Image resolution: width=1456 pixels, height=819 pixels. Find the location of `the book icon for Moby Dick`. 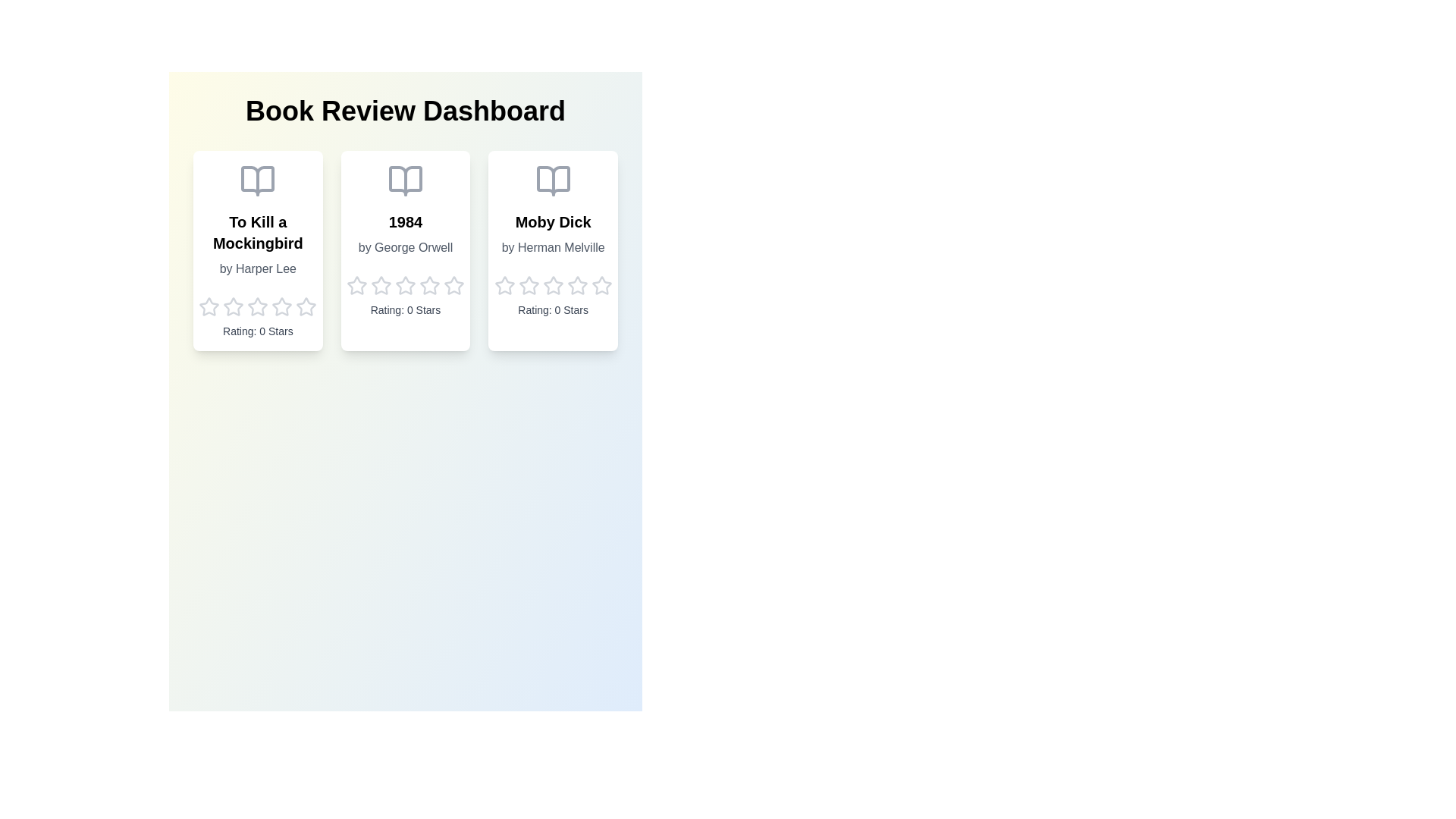

the book icon for Moby Dick is located at coordinates (552, 180).